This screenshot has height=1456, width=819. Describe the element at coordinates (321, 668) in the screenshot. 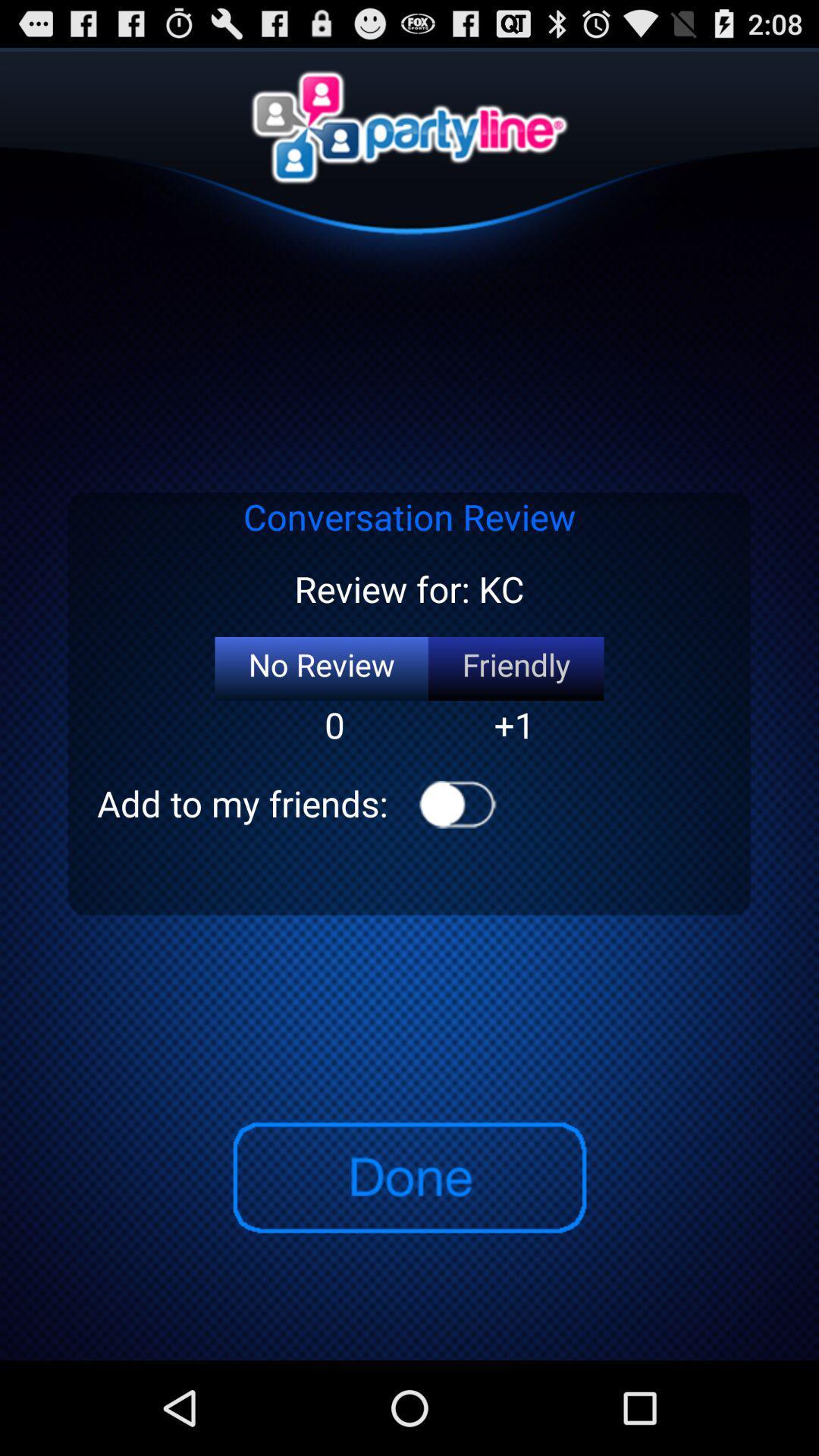

I see `icon above the 0` at that location.